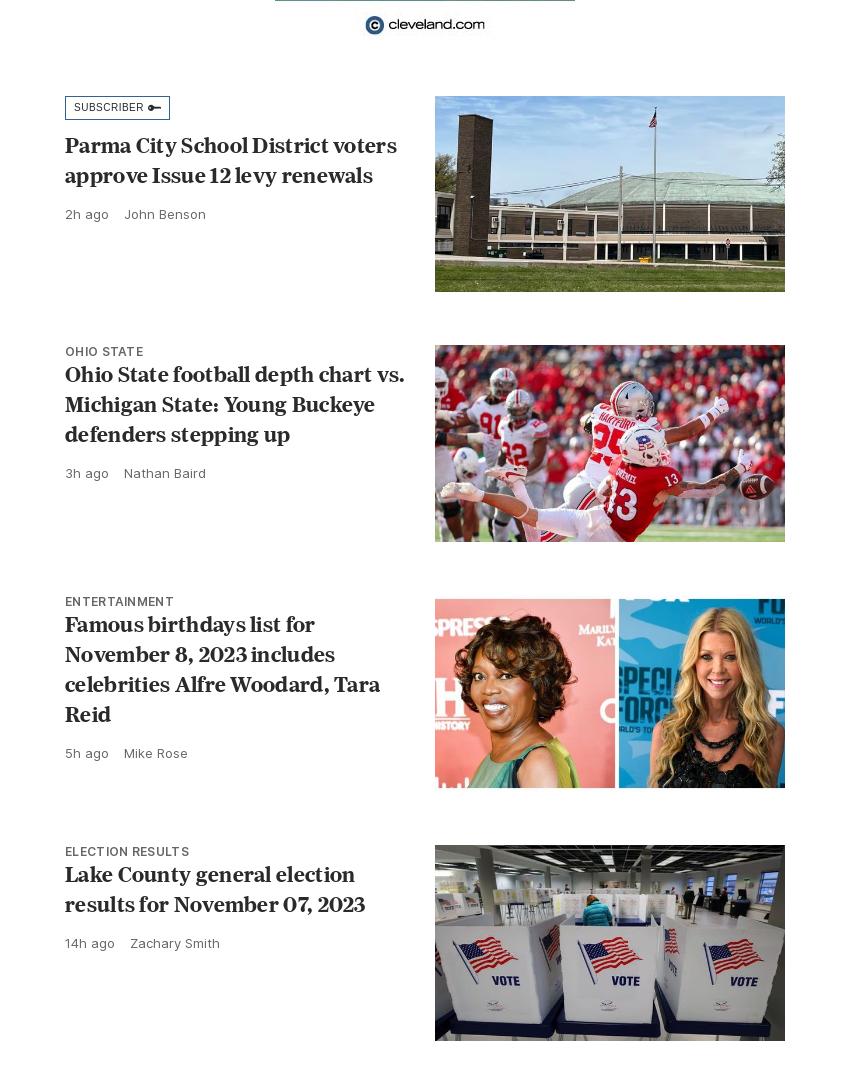 The height and width of the screenshot is (1069, 850). What do you see at coordinates (164, 213) in the screenshot?
I see `'John Benson'` at bounding box center [164, 213].